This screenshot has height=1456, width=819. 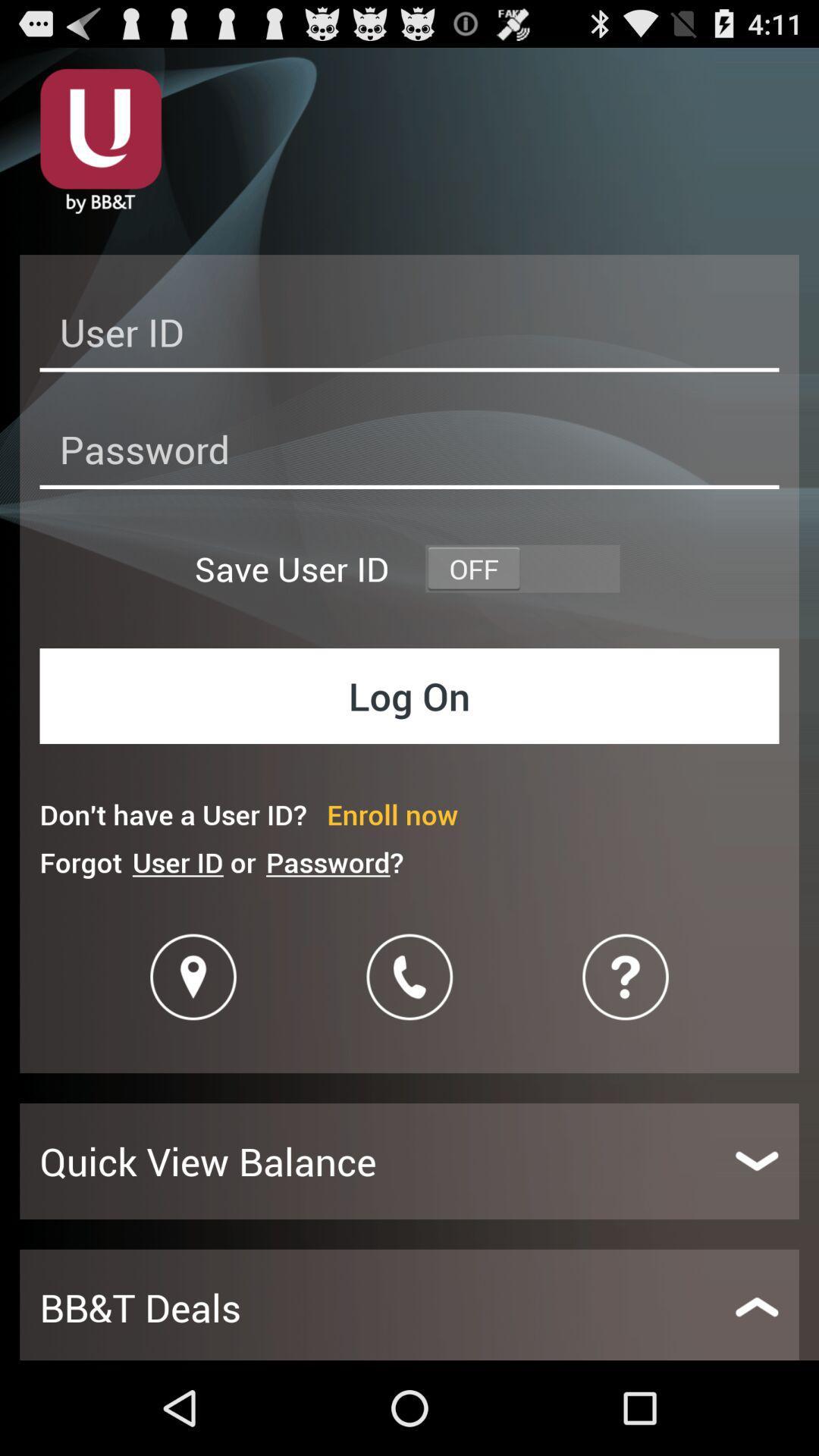 What do you see at coordinates (334, 862) in the screenshot?
I see `the item below don t have icon` at bounding box center [334, 862].